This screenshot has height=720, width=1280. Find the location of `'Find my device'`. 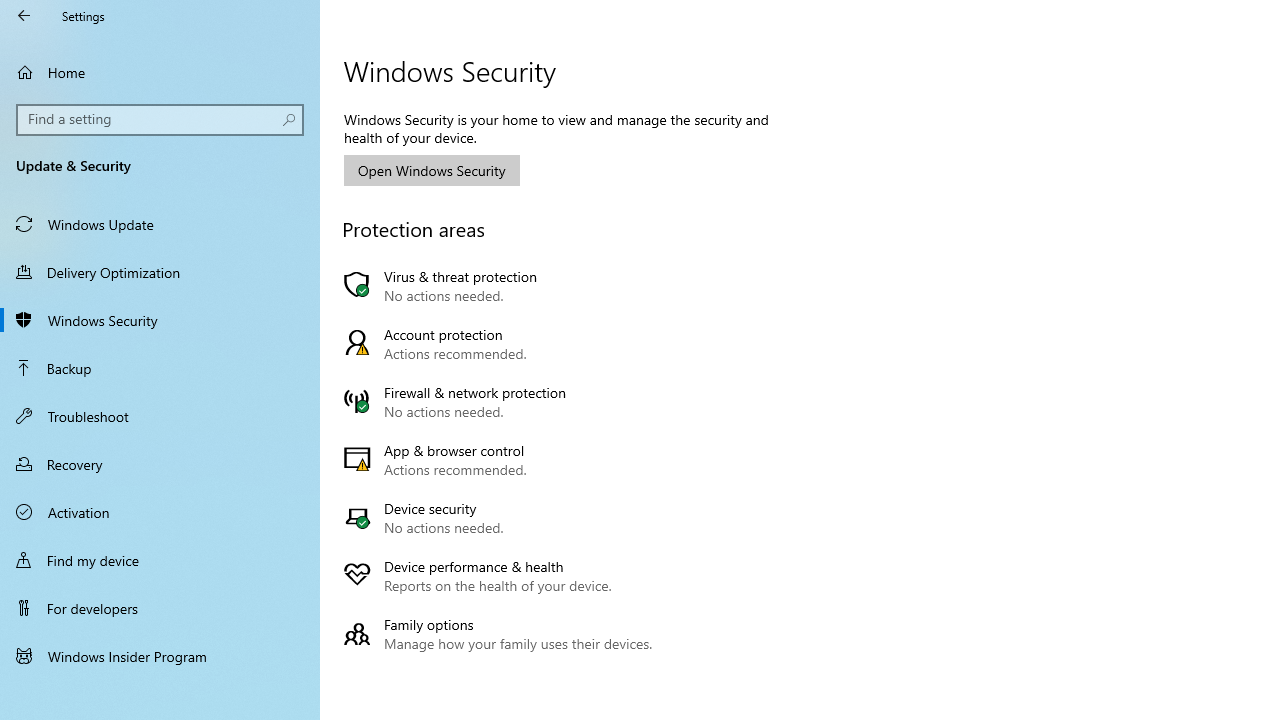

'Find my device' is located at coordinates (160, 559).